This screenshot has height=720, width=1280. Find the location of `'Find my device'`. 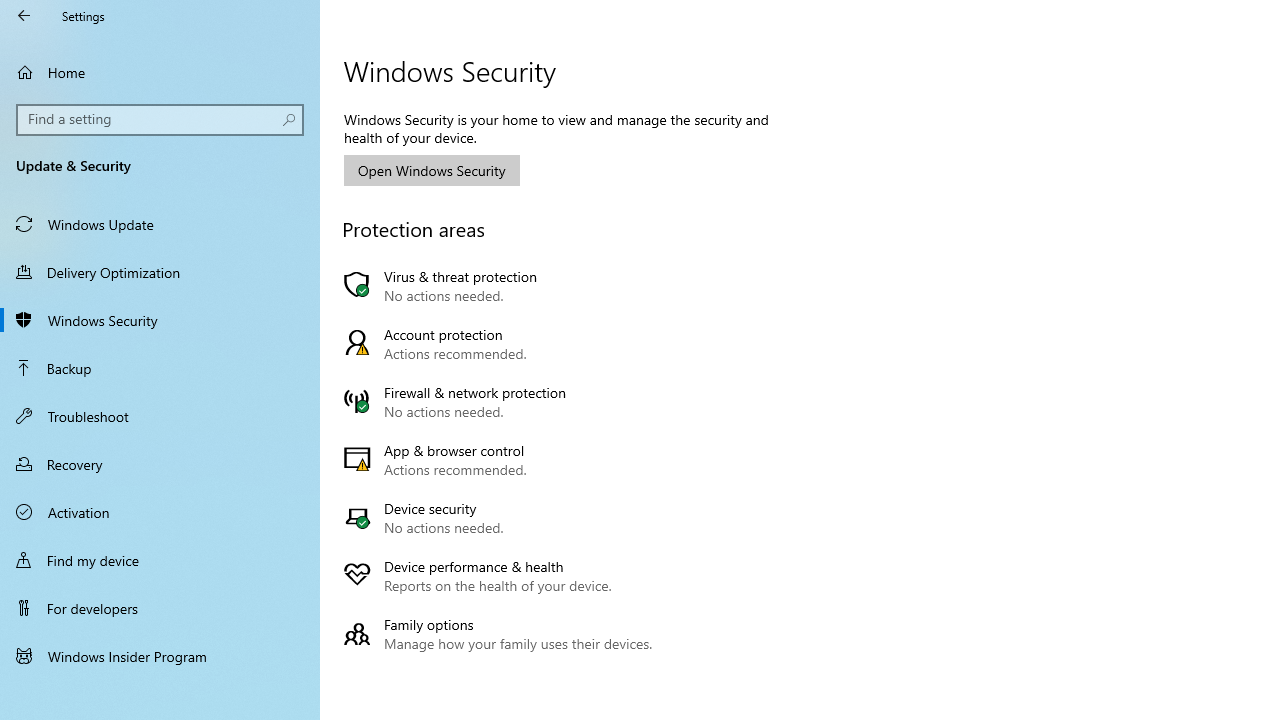

'Find my device' is located at coordinates (160, 559).